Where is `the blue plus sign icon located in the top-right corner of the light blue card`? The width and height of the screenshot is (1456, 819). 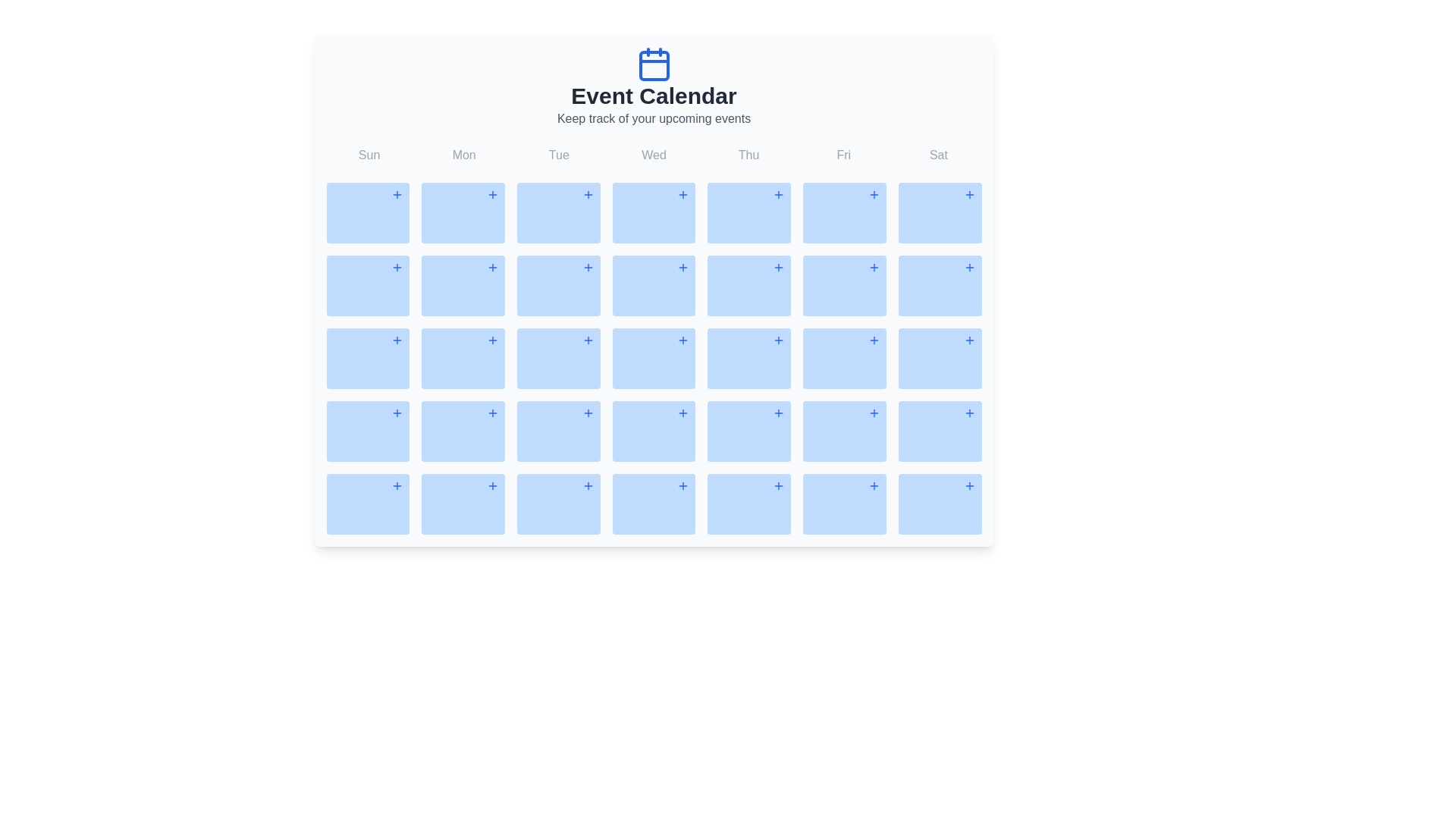 the blue plus sign icon located in the top-right corner of the light blue card is located at coordinates (682, 267).